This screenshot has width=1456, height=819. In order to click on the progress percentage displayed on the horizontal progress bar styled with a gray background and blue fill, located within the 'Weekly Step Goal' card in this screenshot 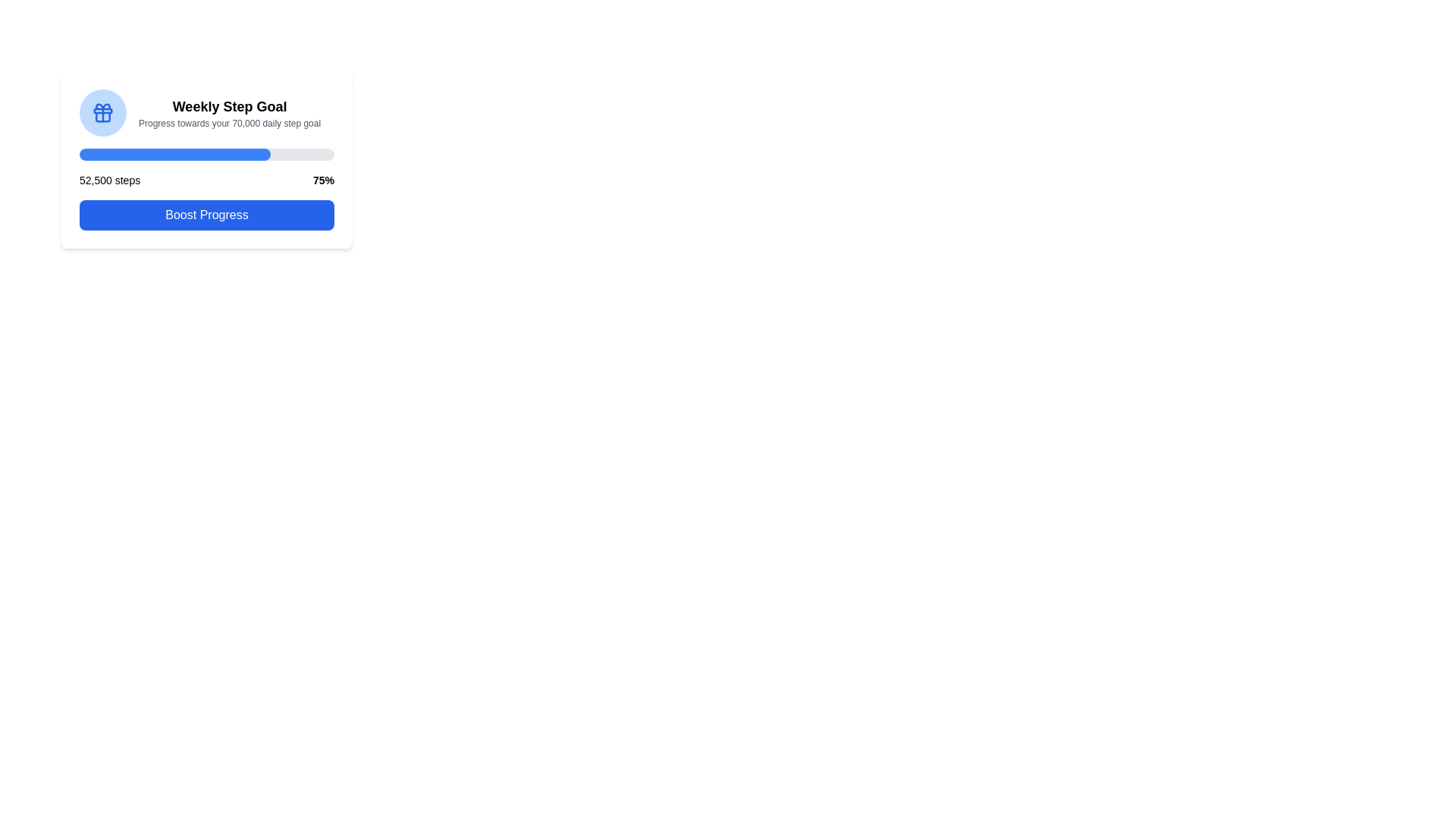, I will do `click(206, 155)`.